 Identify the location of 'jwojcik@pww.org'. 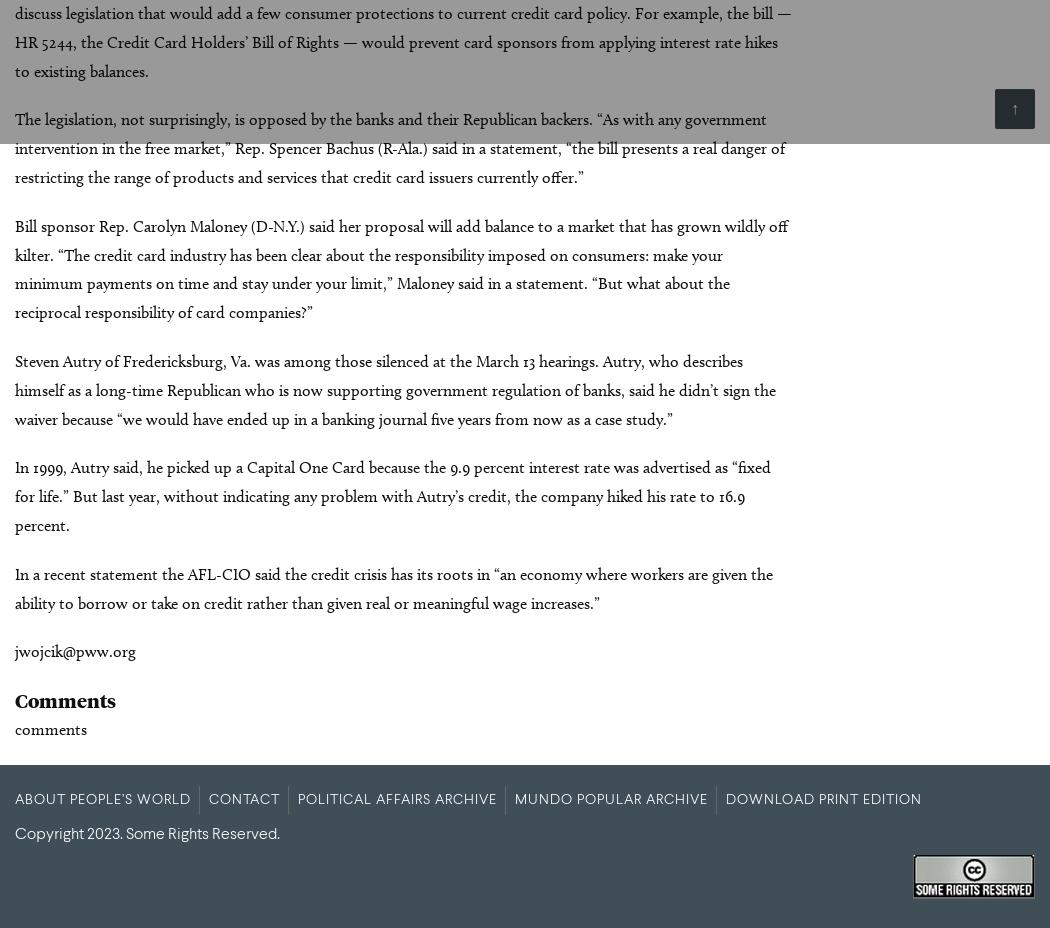
(15, 651).